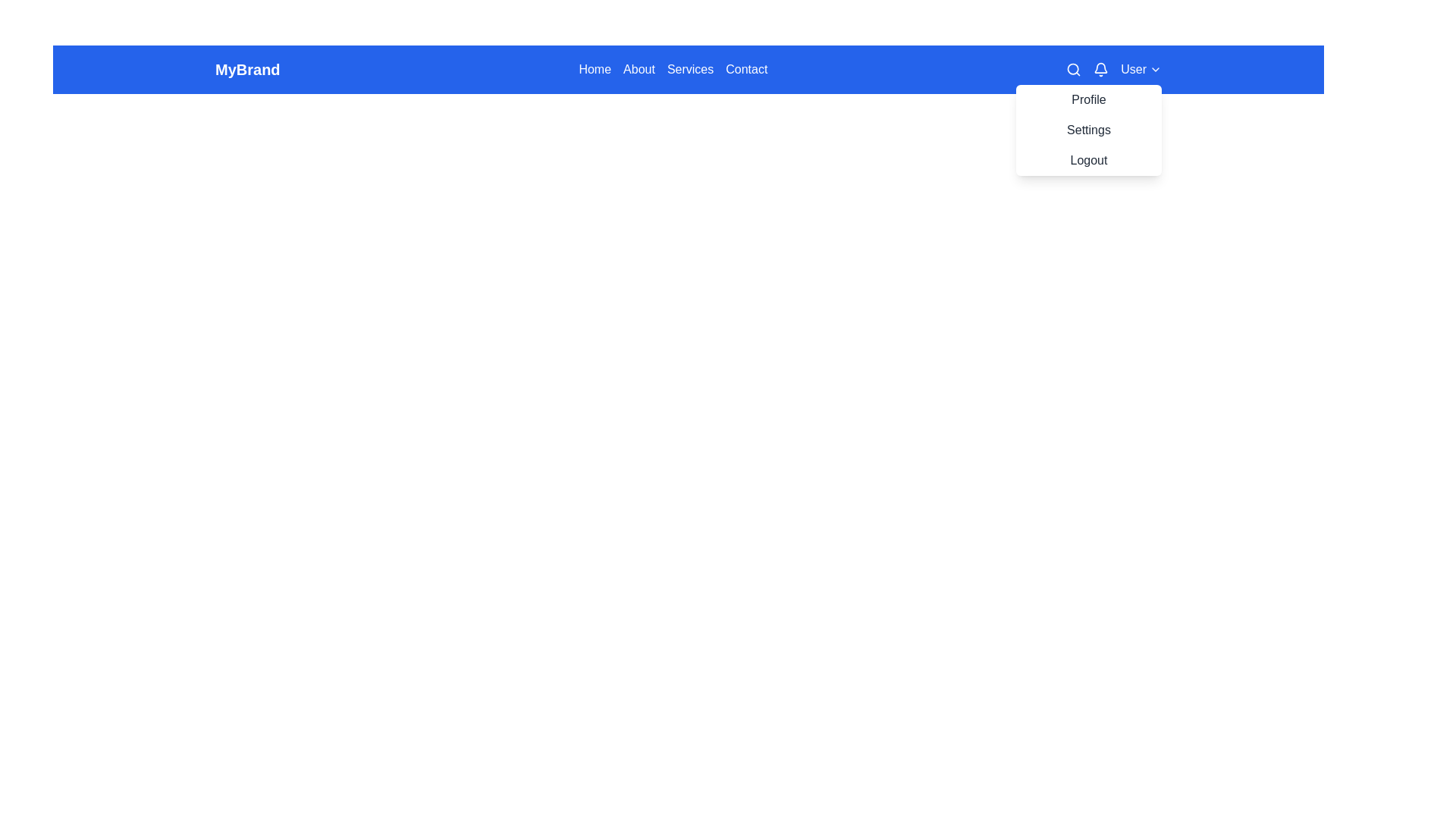 This screenshot has width=1456, height=819. I want to click on the 'Services' navigation link, which is a bold blue text label located in the navigation bar between 'About' and 'Contact', so click(687, 70).